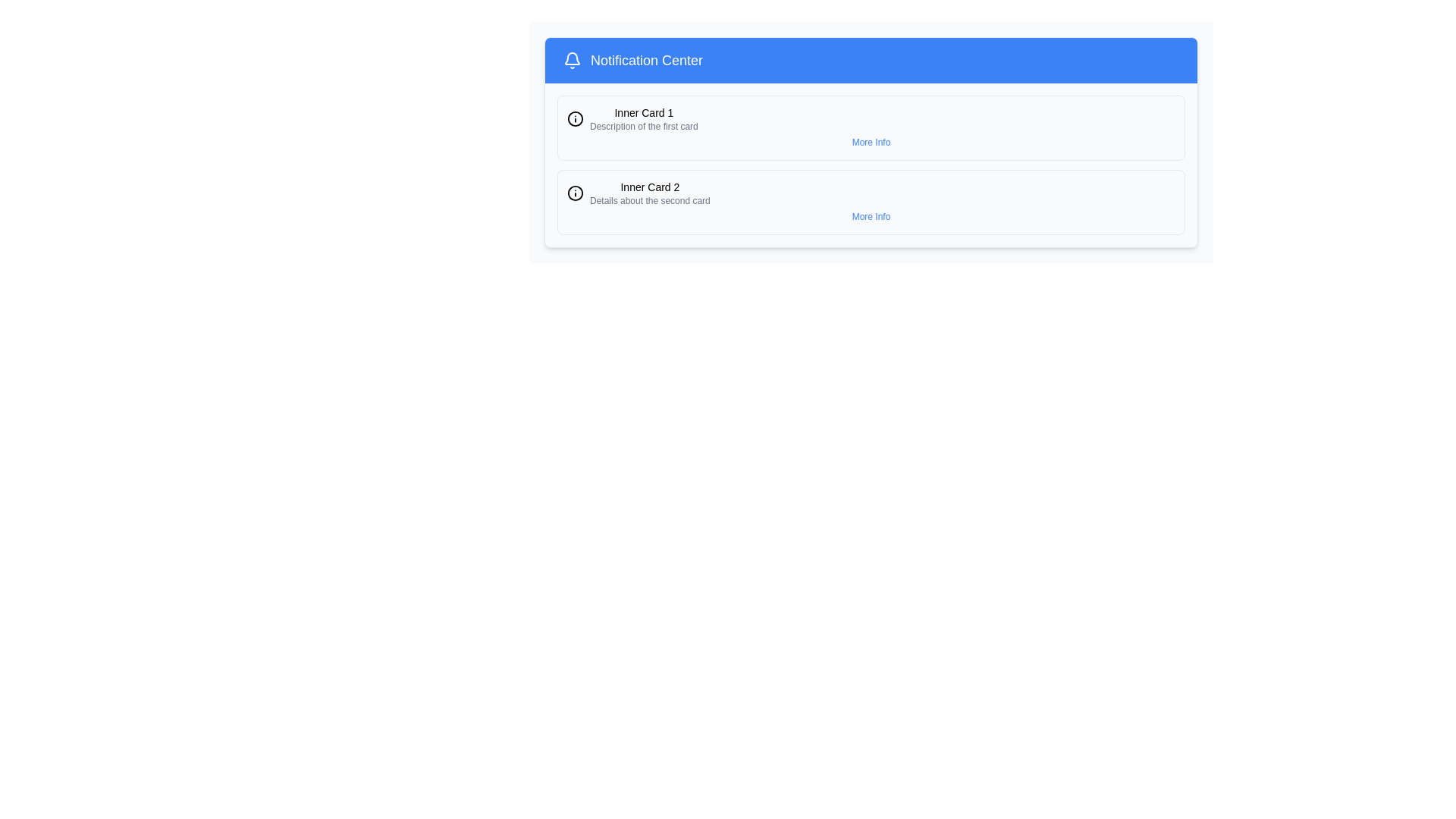 The height and width of the screenshot is (819, 1456). Describe the element at coordinates (650, 192) in the screenshot. I see `the Text block that serves as a descriptive section header for the second card in the notification list, located under 'Inner Card 1'` at that location.